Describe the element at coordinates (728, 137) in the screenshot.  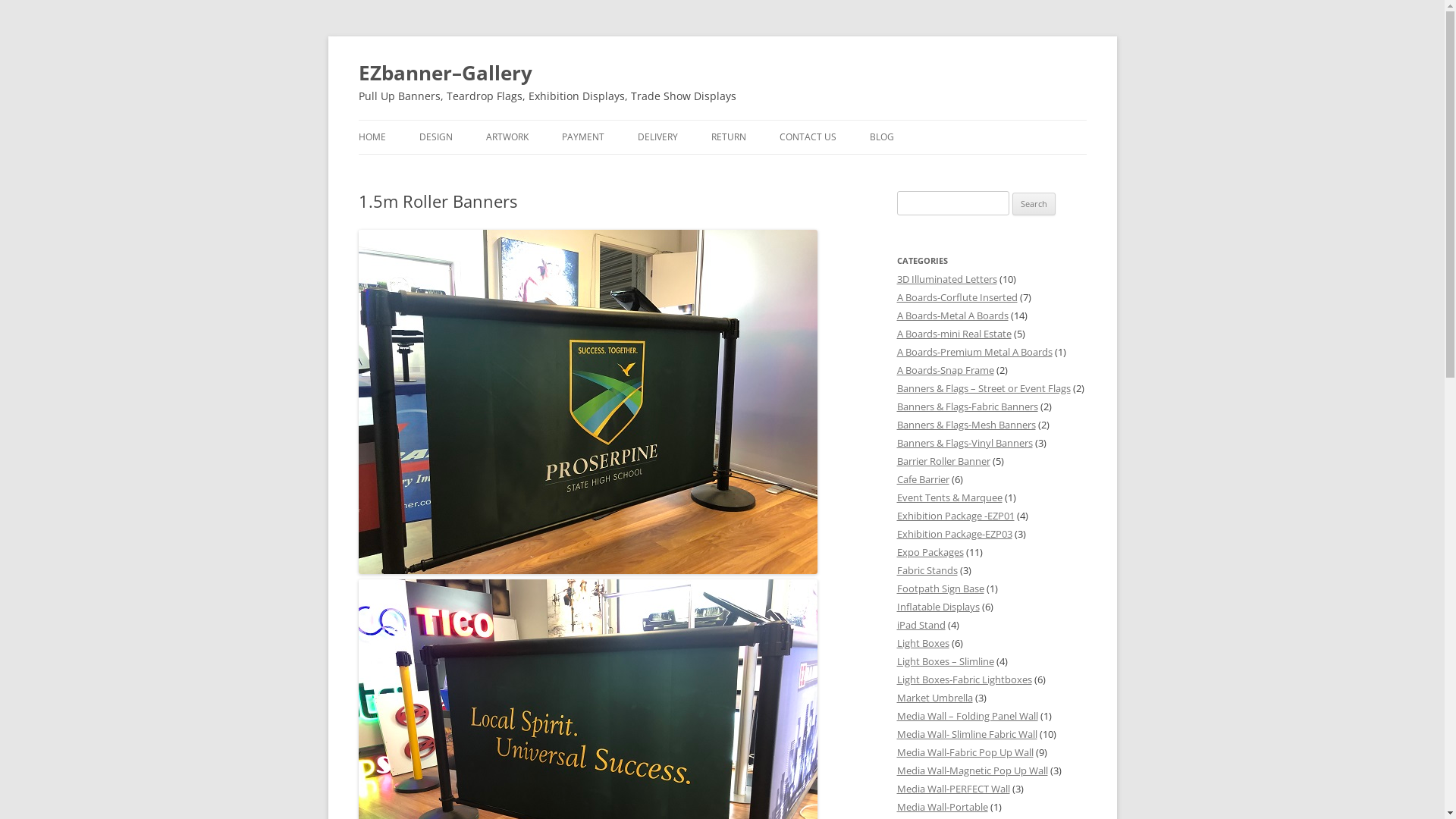
I see `'RETURN'` at that location.